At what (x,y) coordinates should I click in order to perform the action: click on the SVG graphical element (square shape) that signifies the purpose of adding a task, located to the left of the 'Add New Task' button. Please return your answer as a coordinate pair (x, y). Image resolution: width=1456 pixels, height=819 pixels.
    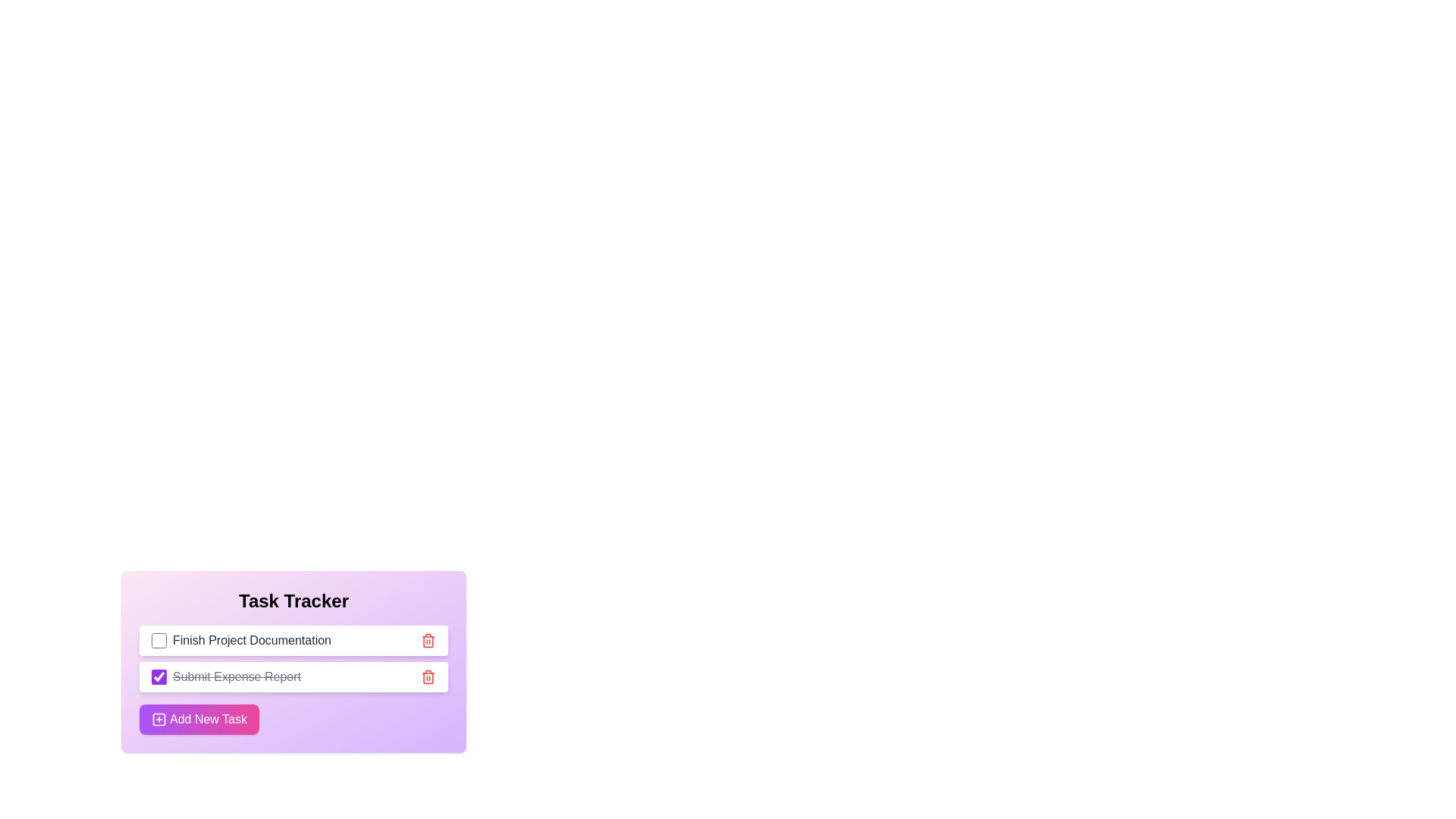
    Looking at the image, I should click on (159, 718).